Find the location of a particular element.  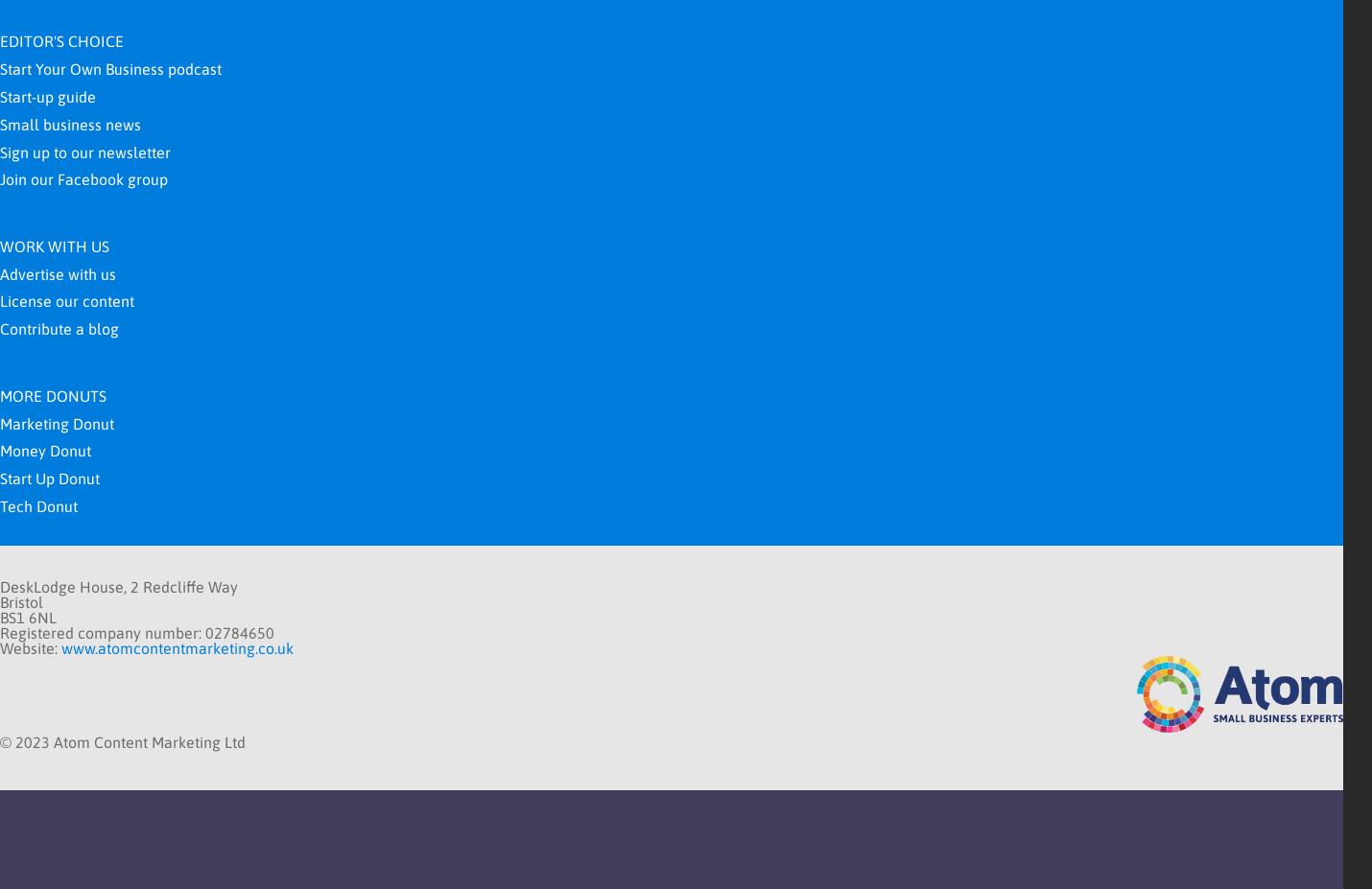

'© 2023 Atom Content Marketing Ltd' is located at coordinates (0, 740).